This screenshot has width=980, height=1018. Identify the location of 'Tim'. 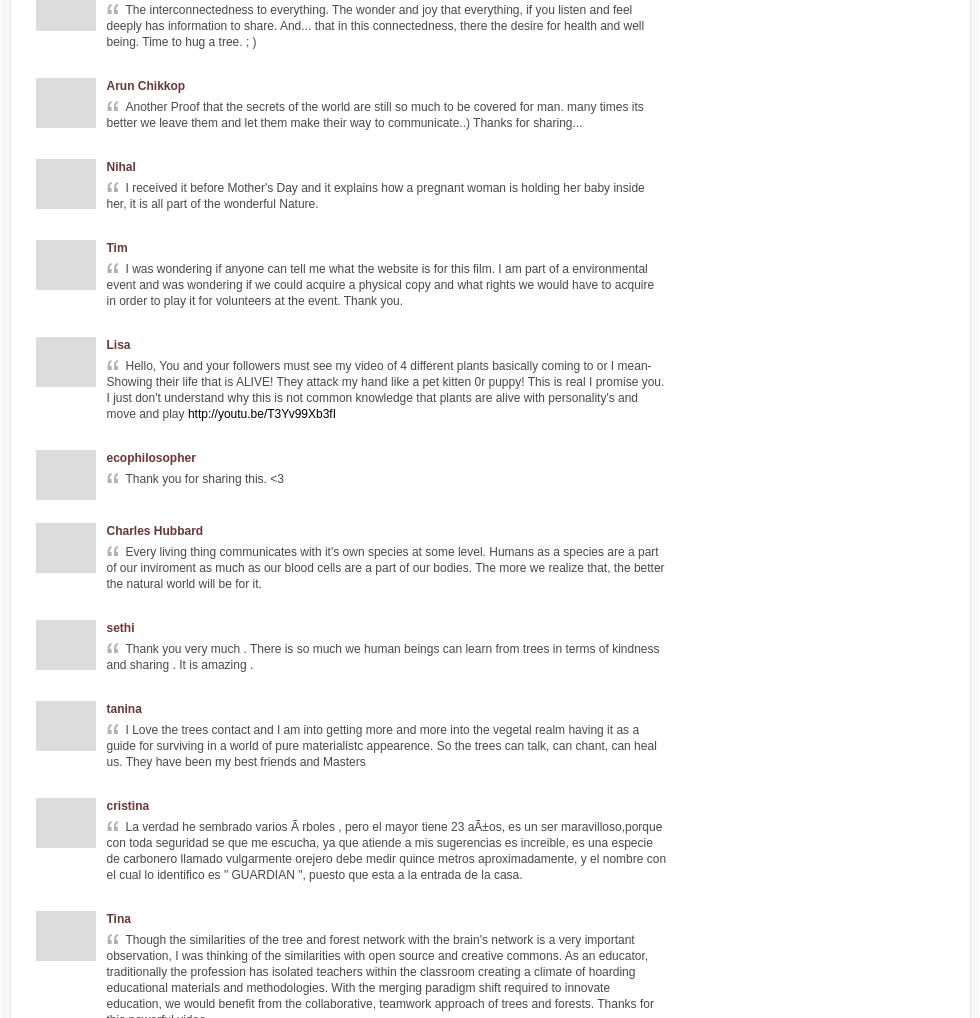
(116, 246).